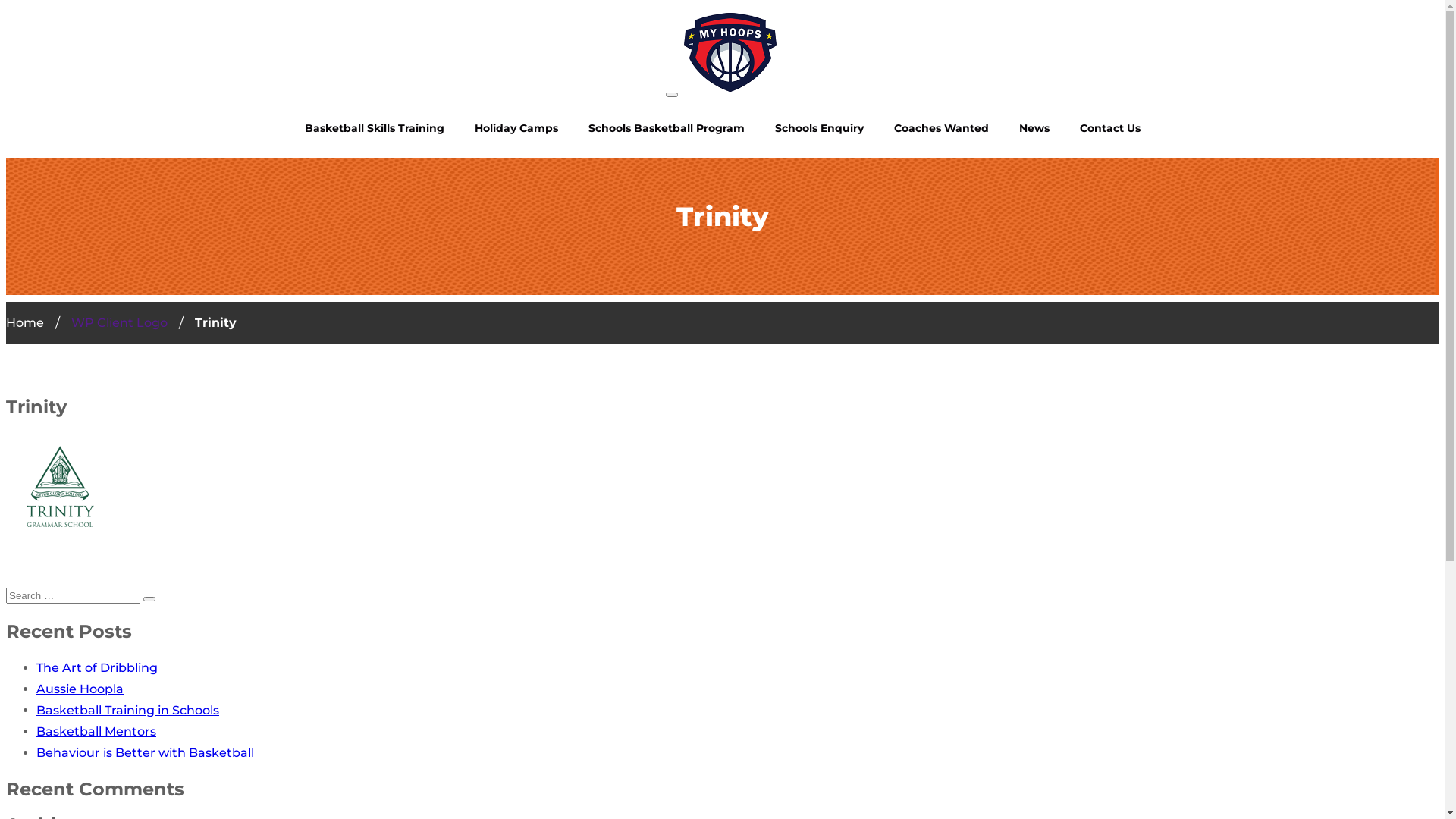 This screenshot has width=1456, height=819. Describe the element at coordinates (1033, 127) in the screenshot. I see `'News'` at that location.